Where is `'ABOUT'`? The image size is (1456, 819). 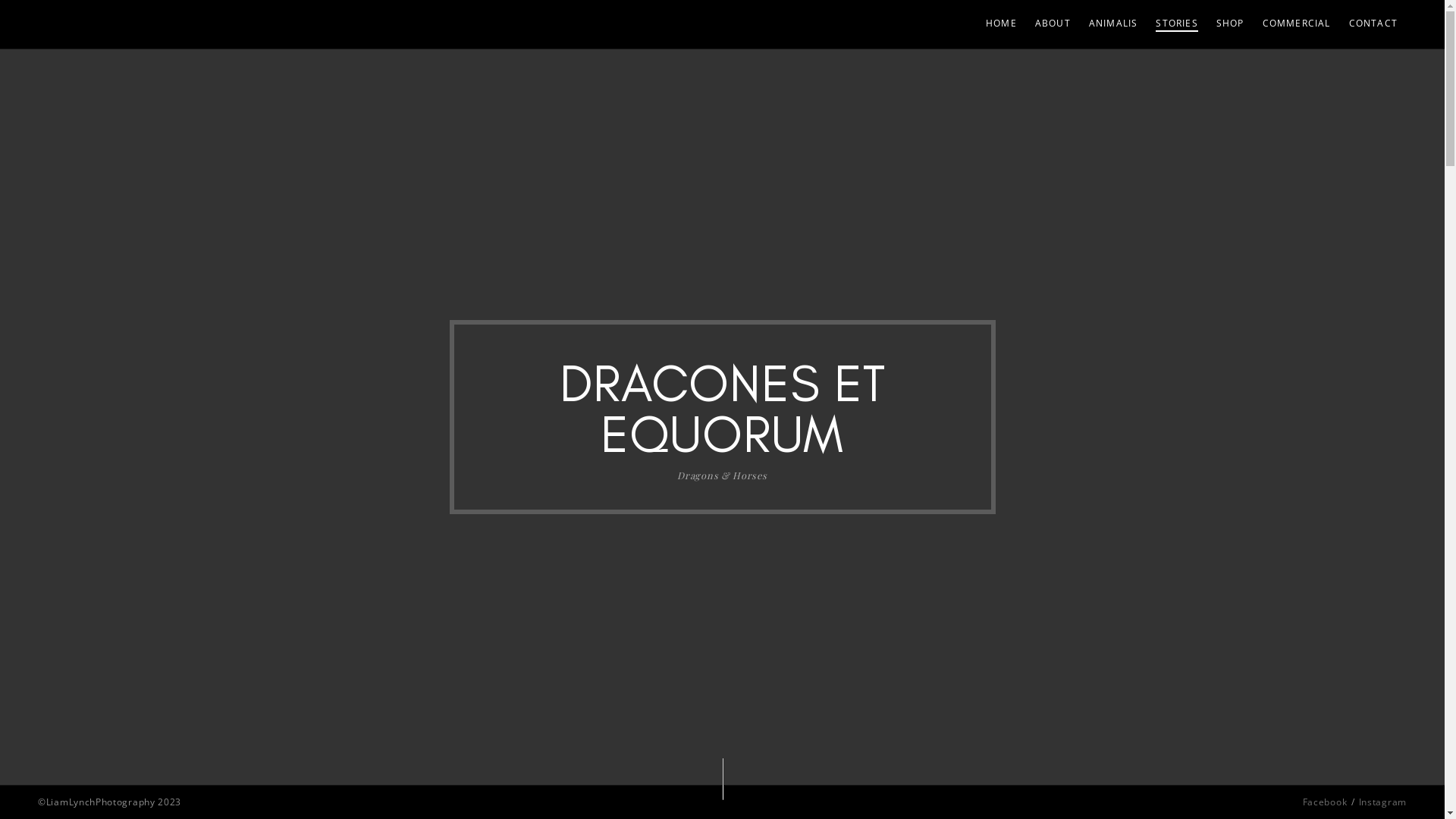
'ABOUT' is located at coordinates (1052, 24).